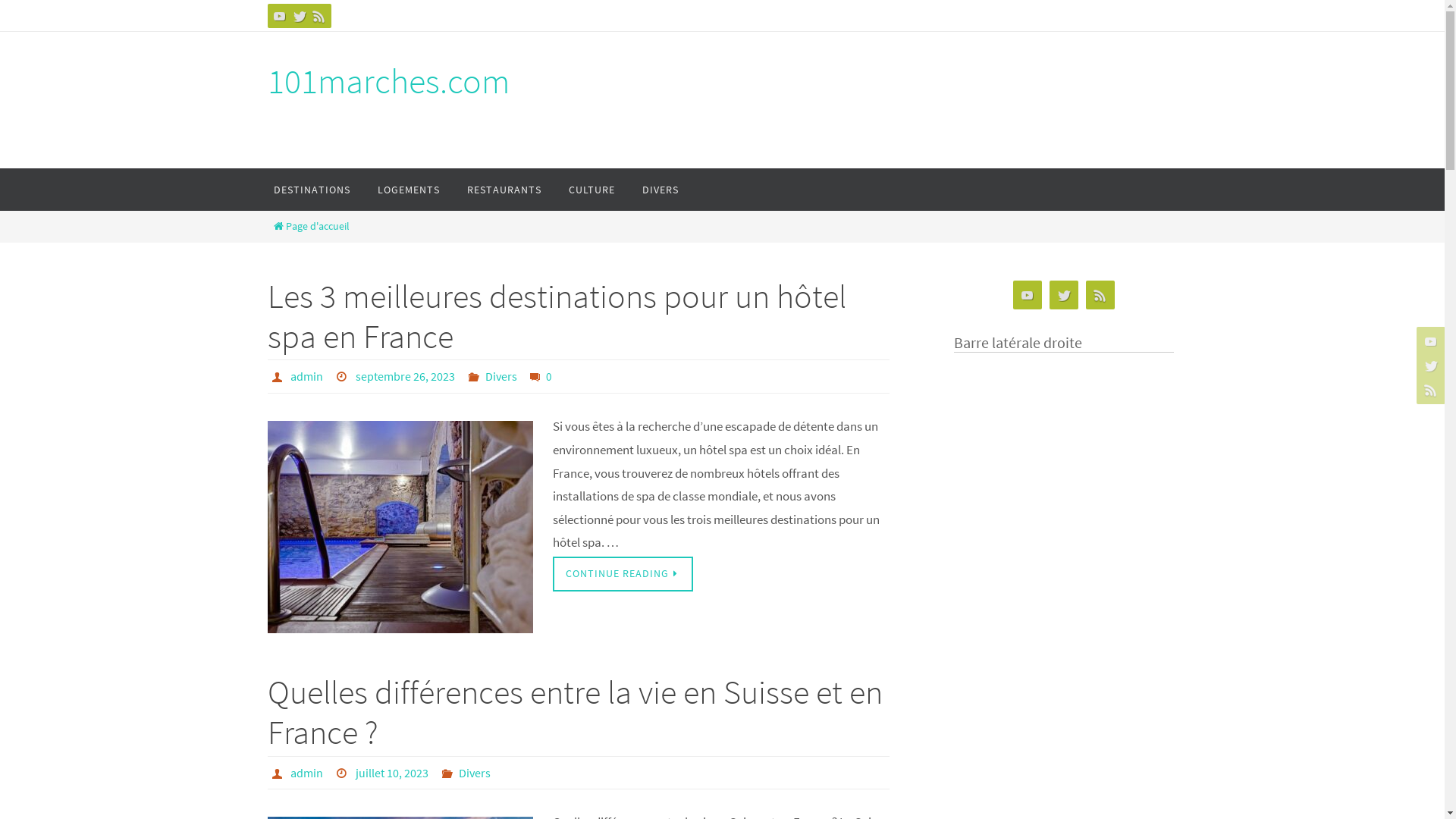  I want to click on 'Divers', so click(501, 375).